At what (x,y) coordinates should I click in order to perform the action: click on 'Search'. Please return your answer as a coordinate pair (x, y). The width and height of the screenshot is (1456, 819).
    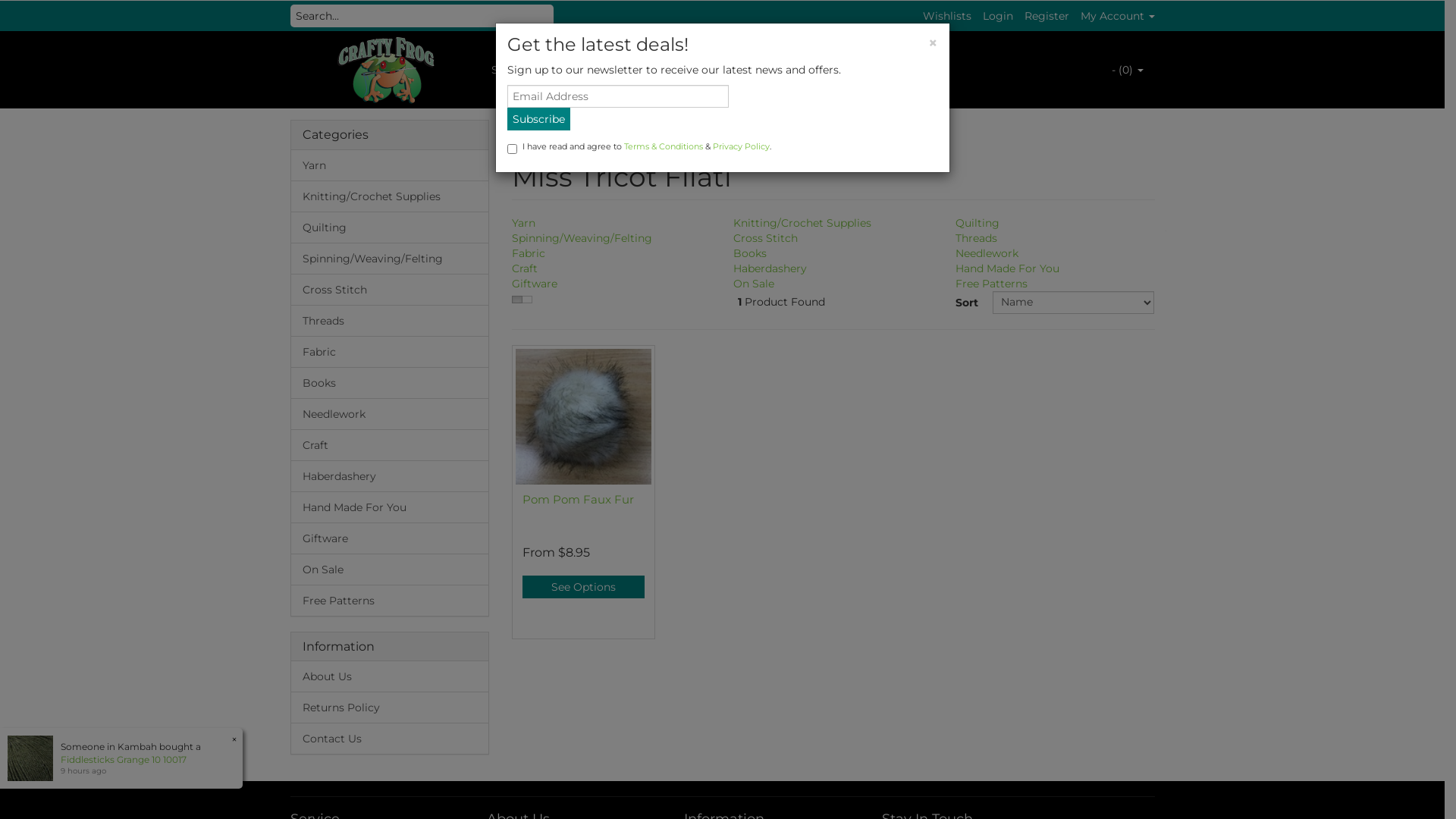
    Looking at the image, I should click on (556, 15).